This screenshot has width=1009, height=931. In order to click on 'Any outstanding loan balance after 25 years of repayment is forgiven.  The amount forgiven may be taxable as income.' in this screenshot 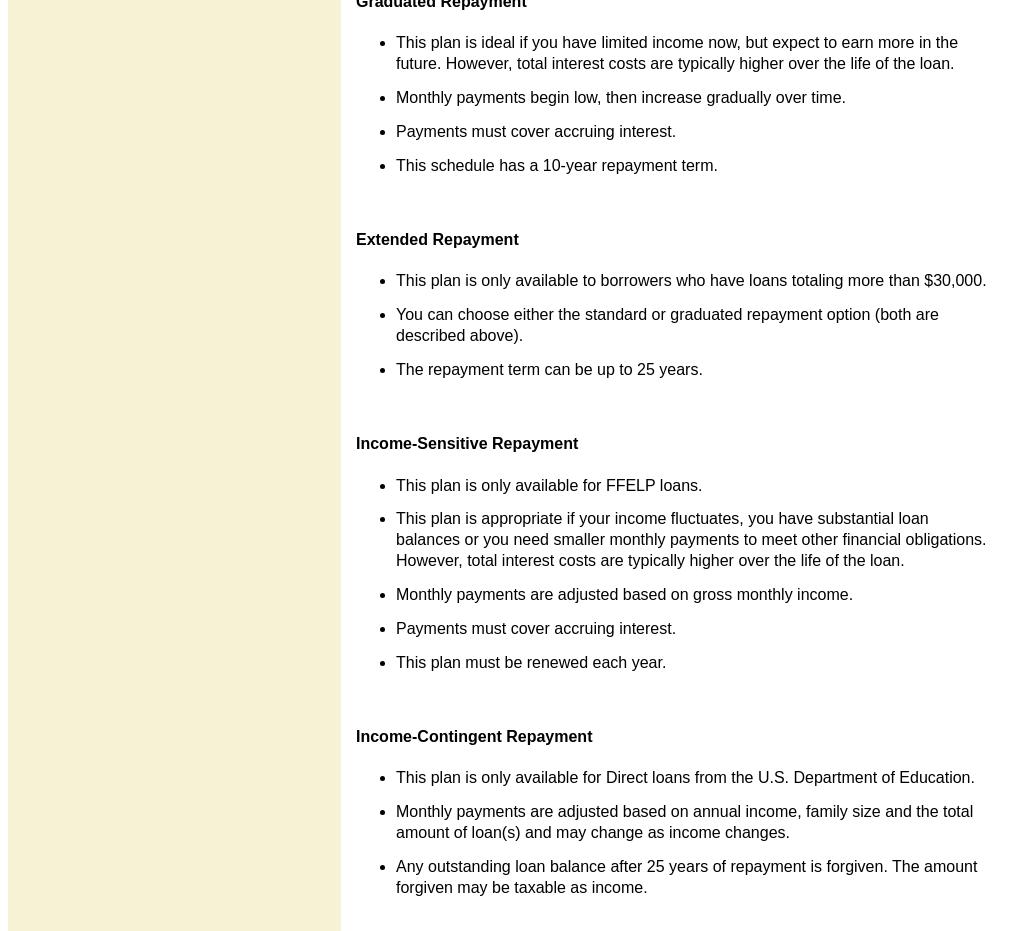, I will do `click(686, 875)`.